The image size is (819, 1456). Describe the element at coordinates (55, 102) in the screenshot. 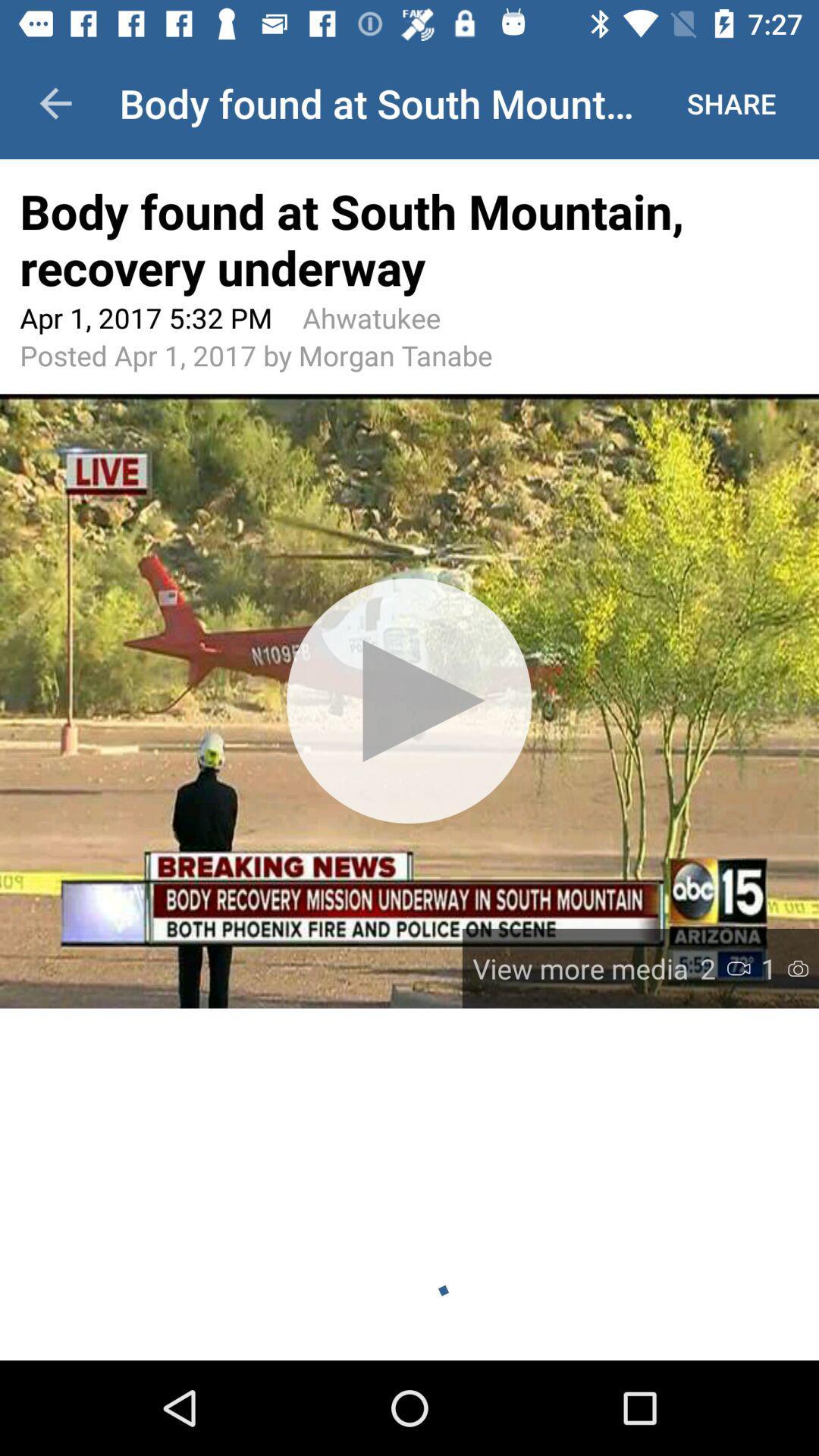

I see `icon above body found at item` at that location.